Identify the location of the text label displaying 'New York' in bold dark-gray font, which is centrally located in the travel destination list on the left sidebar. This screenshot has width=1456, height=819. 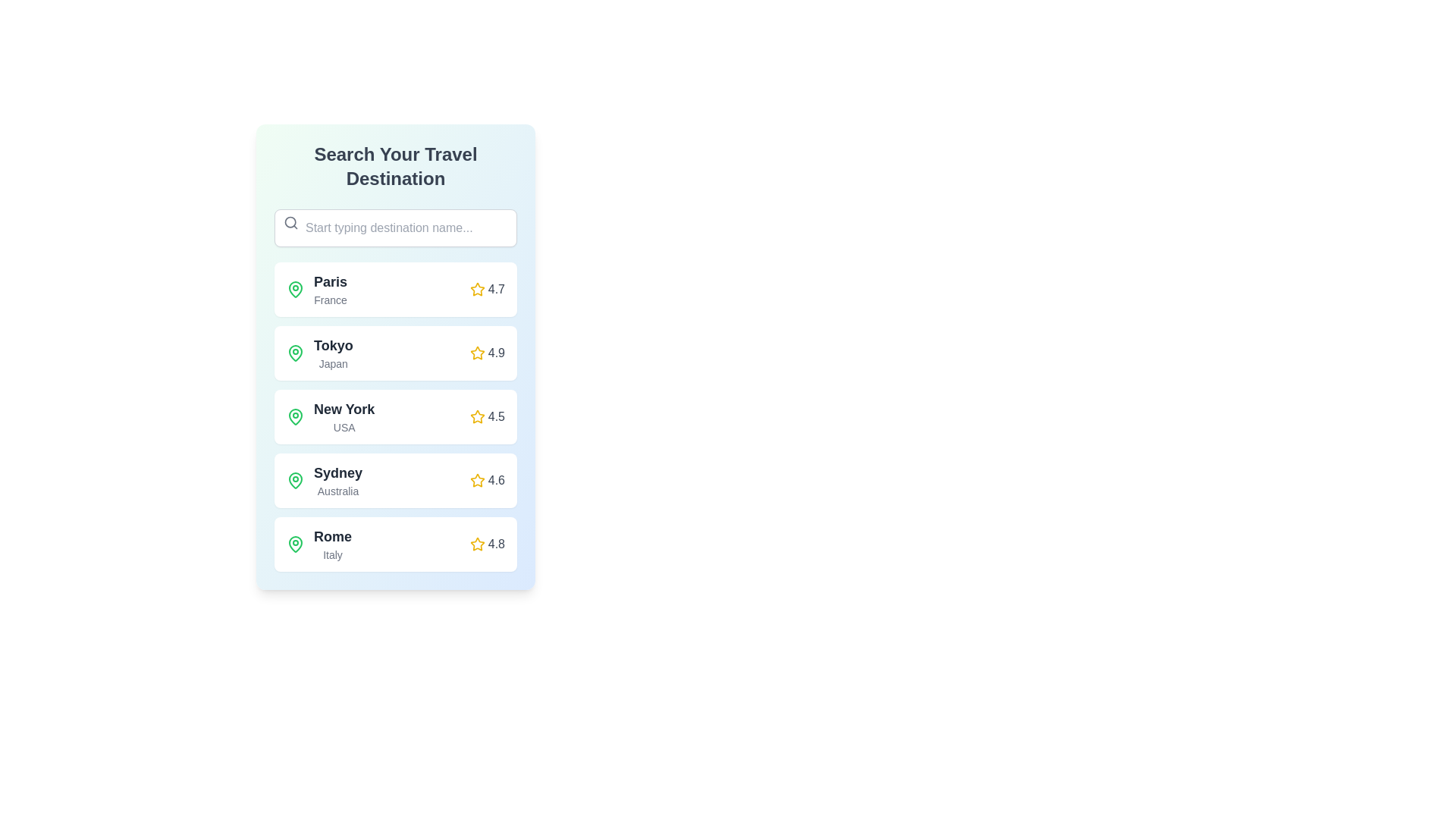
(344, 409).